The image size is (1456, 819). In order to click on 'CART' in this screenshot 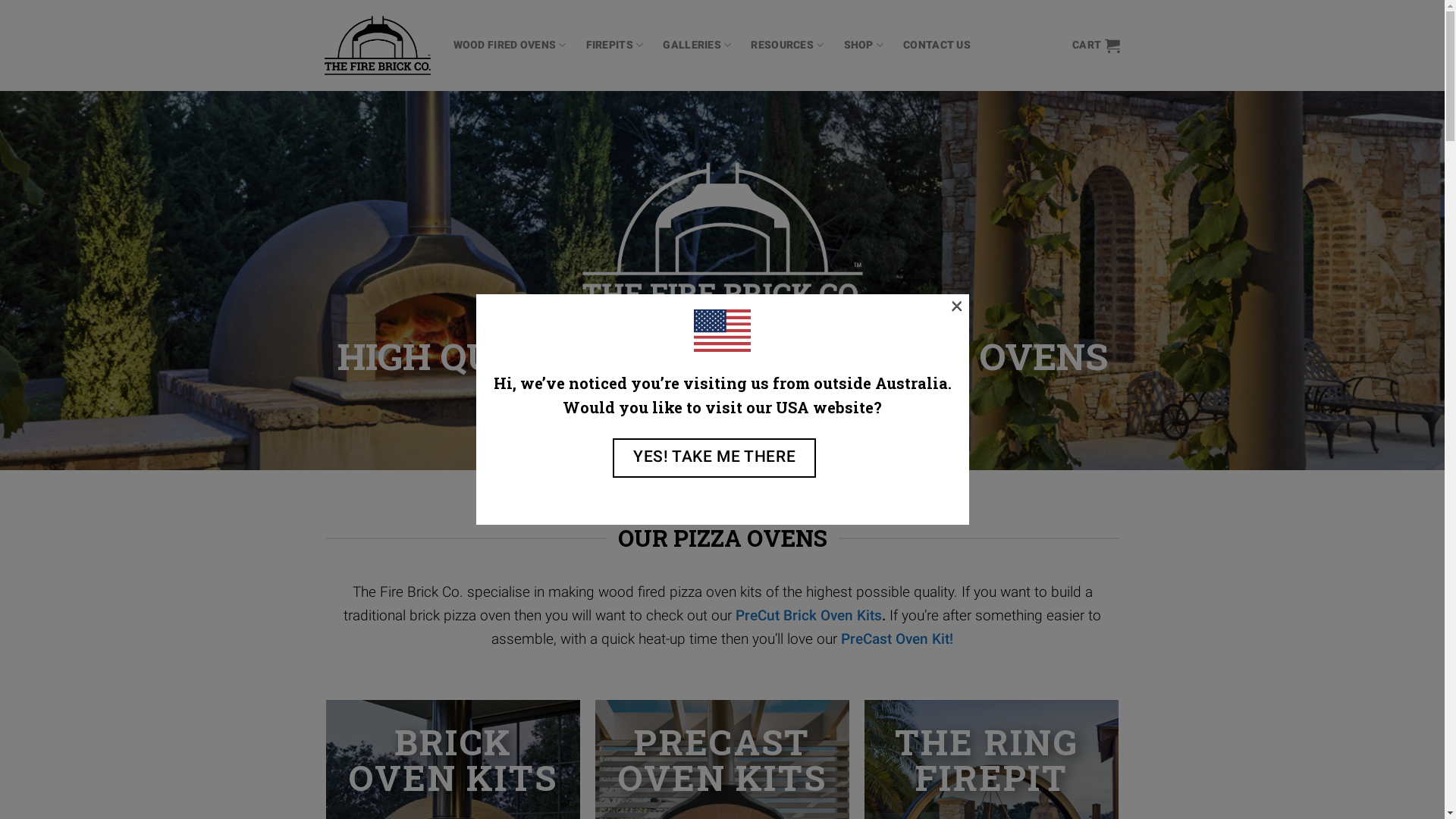, I will do `click(1096, 45)`.